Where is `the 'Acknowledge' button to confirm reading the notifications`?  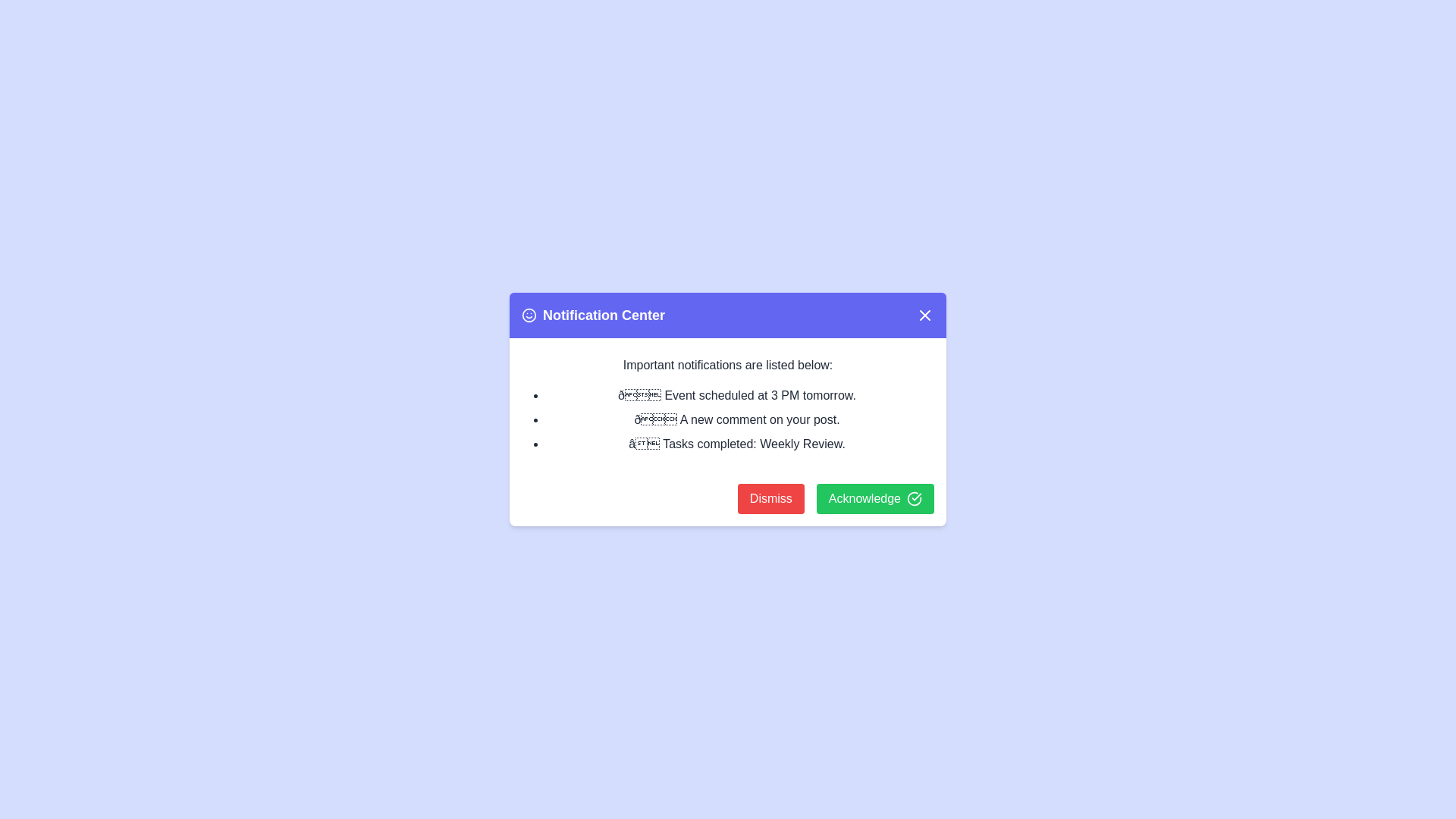
the 'Acknowledge' button to confirm reading the notifications is located at coordinates (874, 499).